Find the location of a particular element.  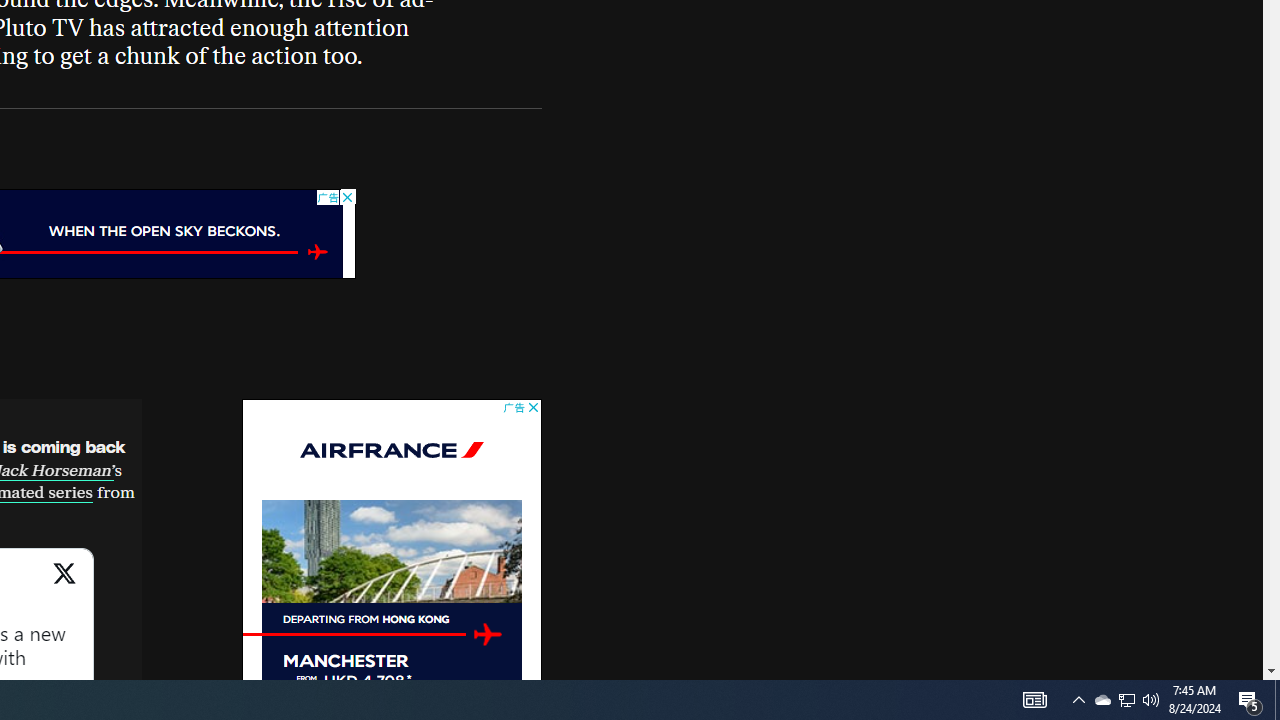

'AutomationID: cbb' is located at coordinates (533, 407).